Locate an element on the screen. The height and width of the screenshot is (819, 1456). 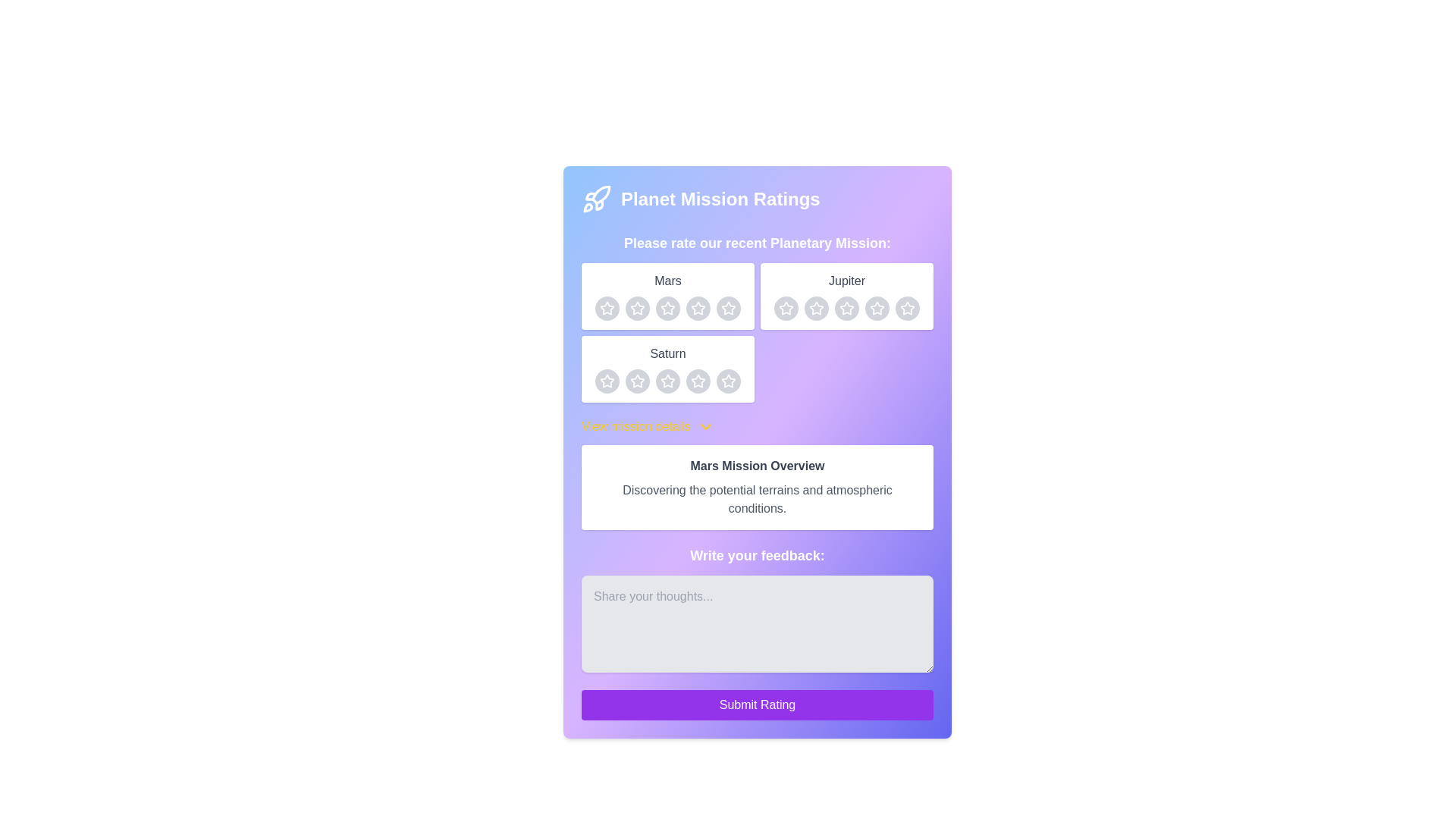
the fourth star in the rating row for 'Jupiter' in the 'Planet Mission Ratings' section to rate it is located at coordinates (877, 308).